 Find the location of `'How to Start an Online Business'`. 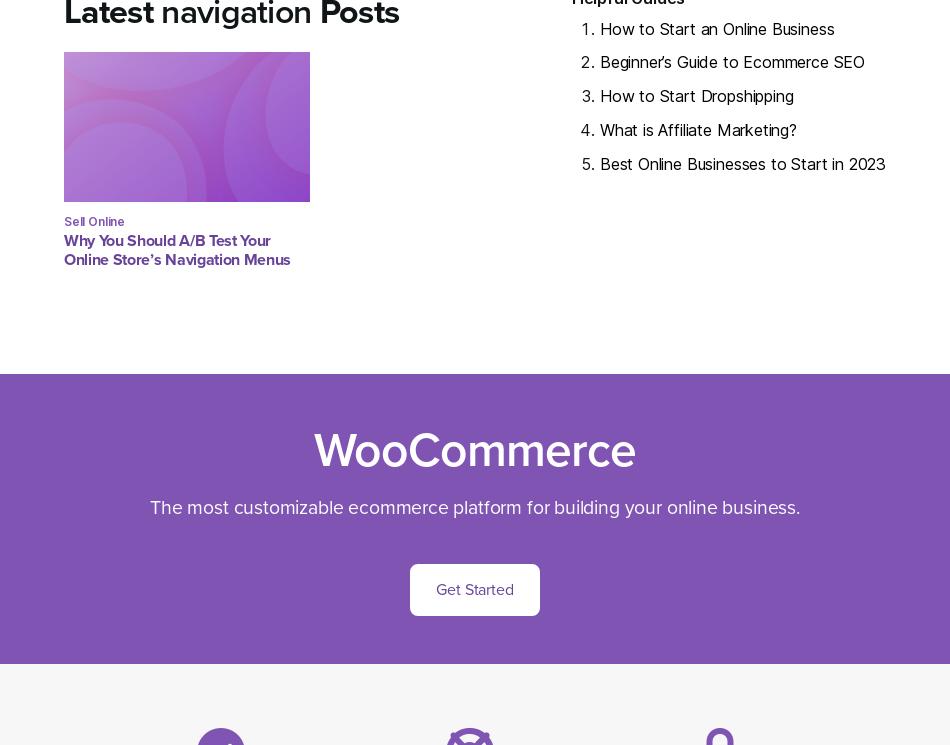

'How to Start an Online Business' is located at coordinates (598, 28).